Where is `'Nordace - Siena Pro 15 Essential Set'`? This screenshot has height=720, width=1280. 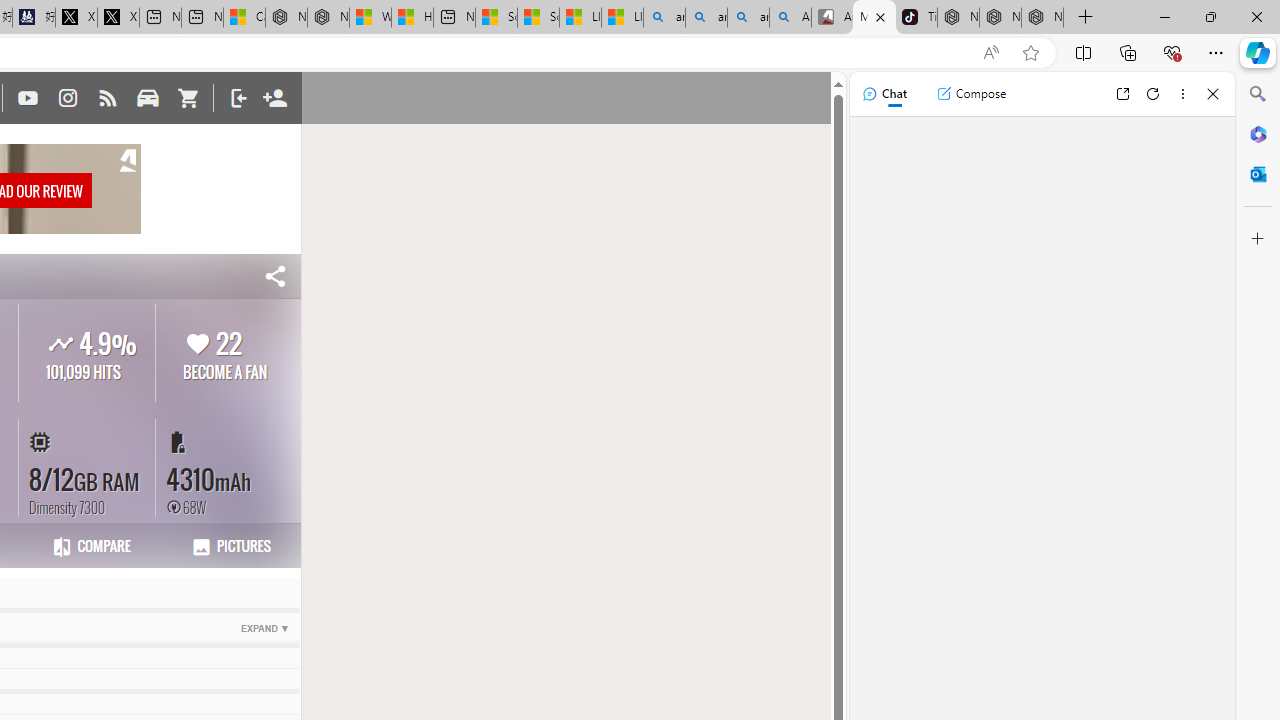 'Nordace - Siena Pro 15 Essential Set' is located at coordinates (1041, 17).